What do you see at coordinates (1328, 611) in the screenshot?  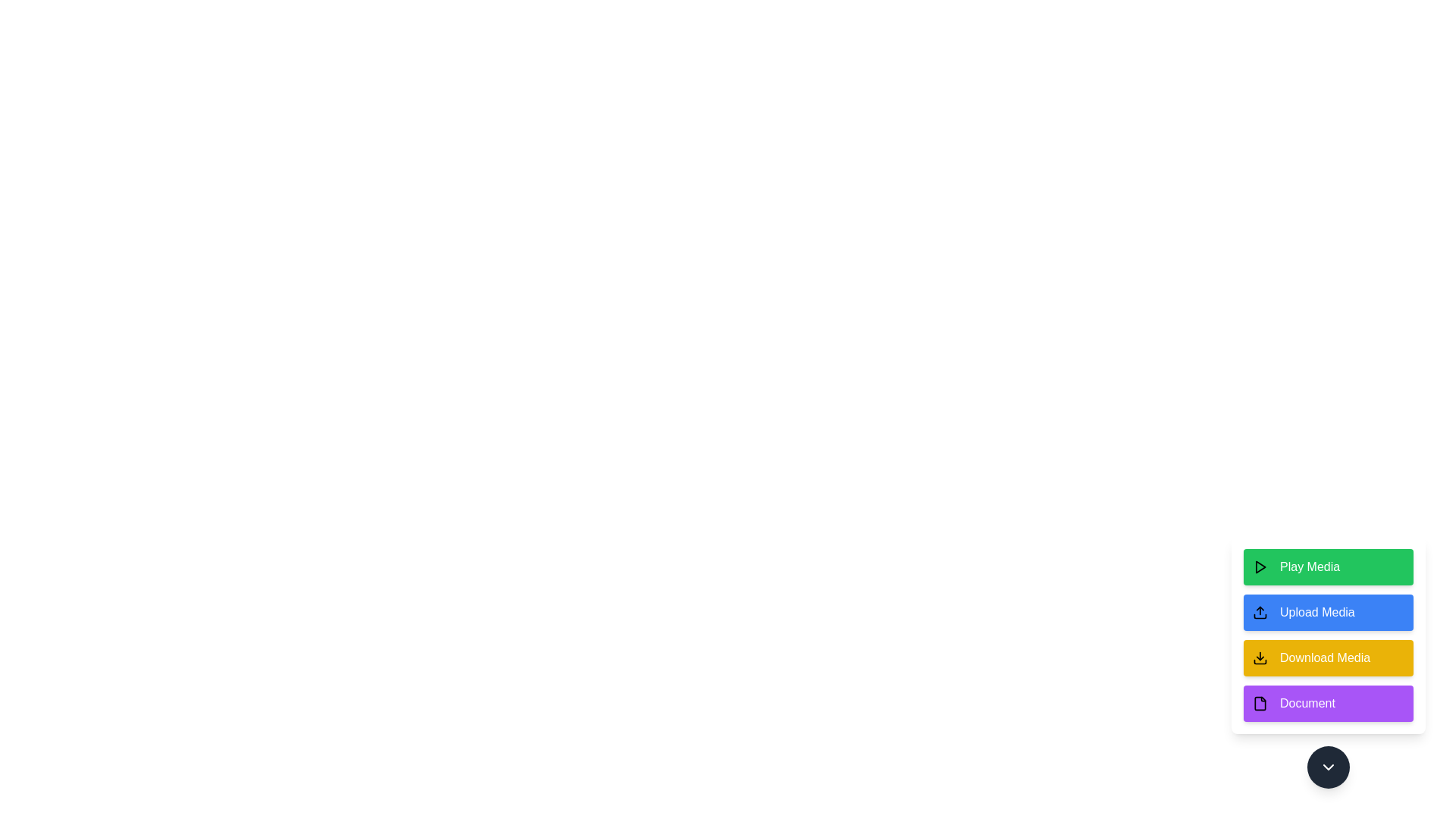 I see `the 'Upload Media' button` at bounding box center [1328, 611].